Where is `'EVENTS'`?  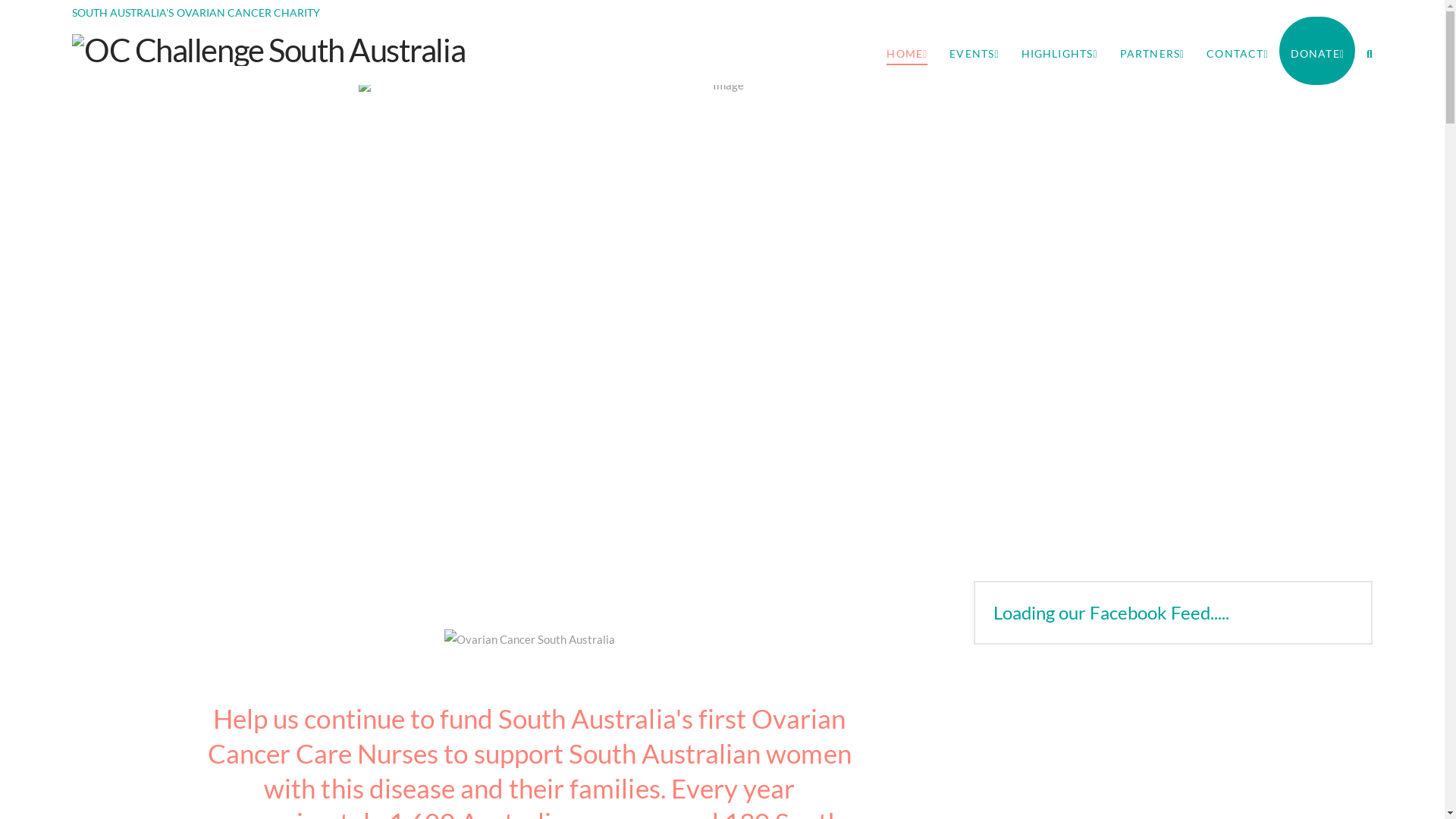
'EVENTS' is located at coordinates (973, 49).